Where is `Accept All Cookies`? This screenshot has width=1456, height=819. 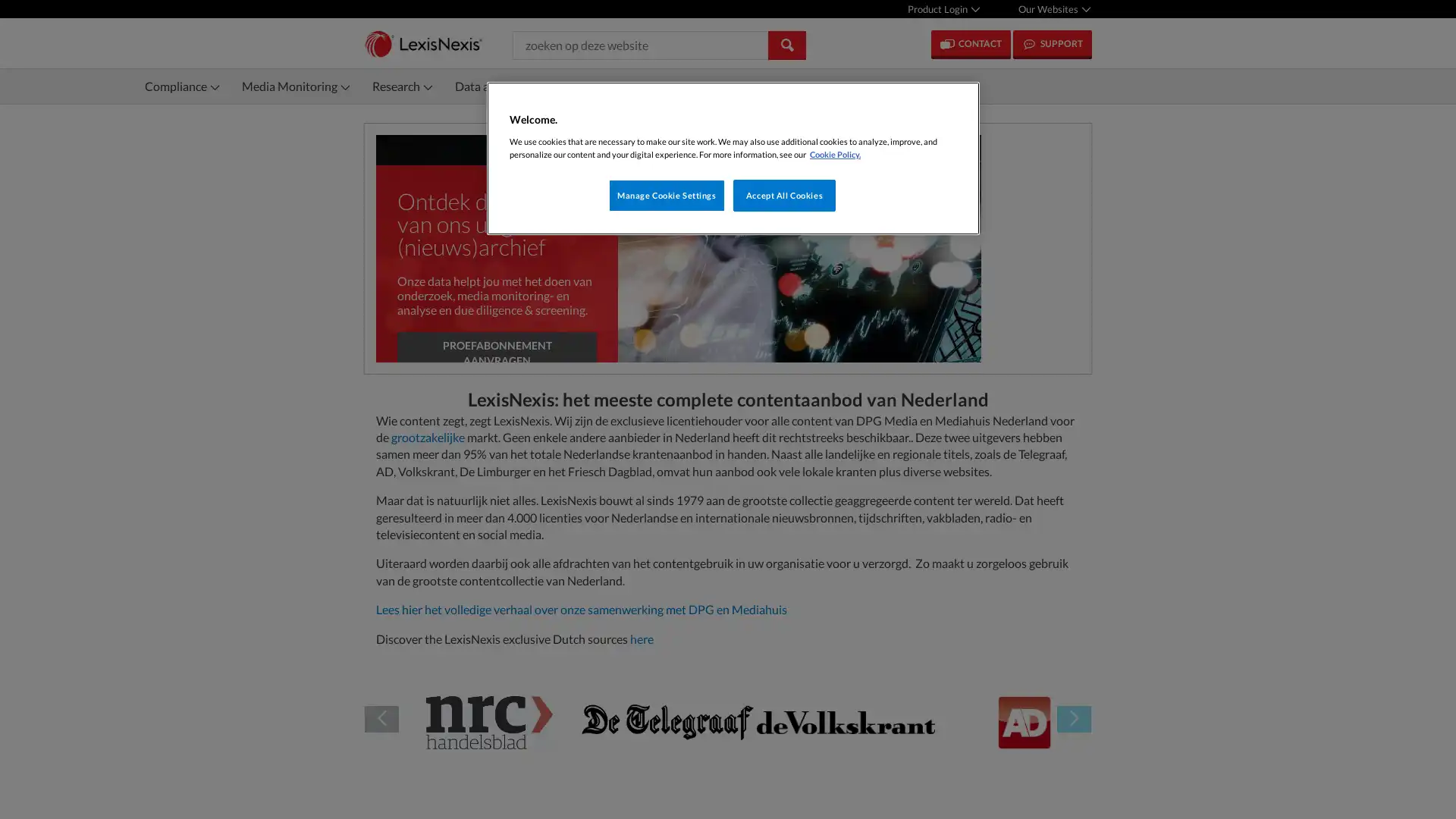
Accept All Cookies is located at coordinates (784, 194).